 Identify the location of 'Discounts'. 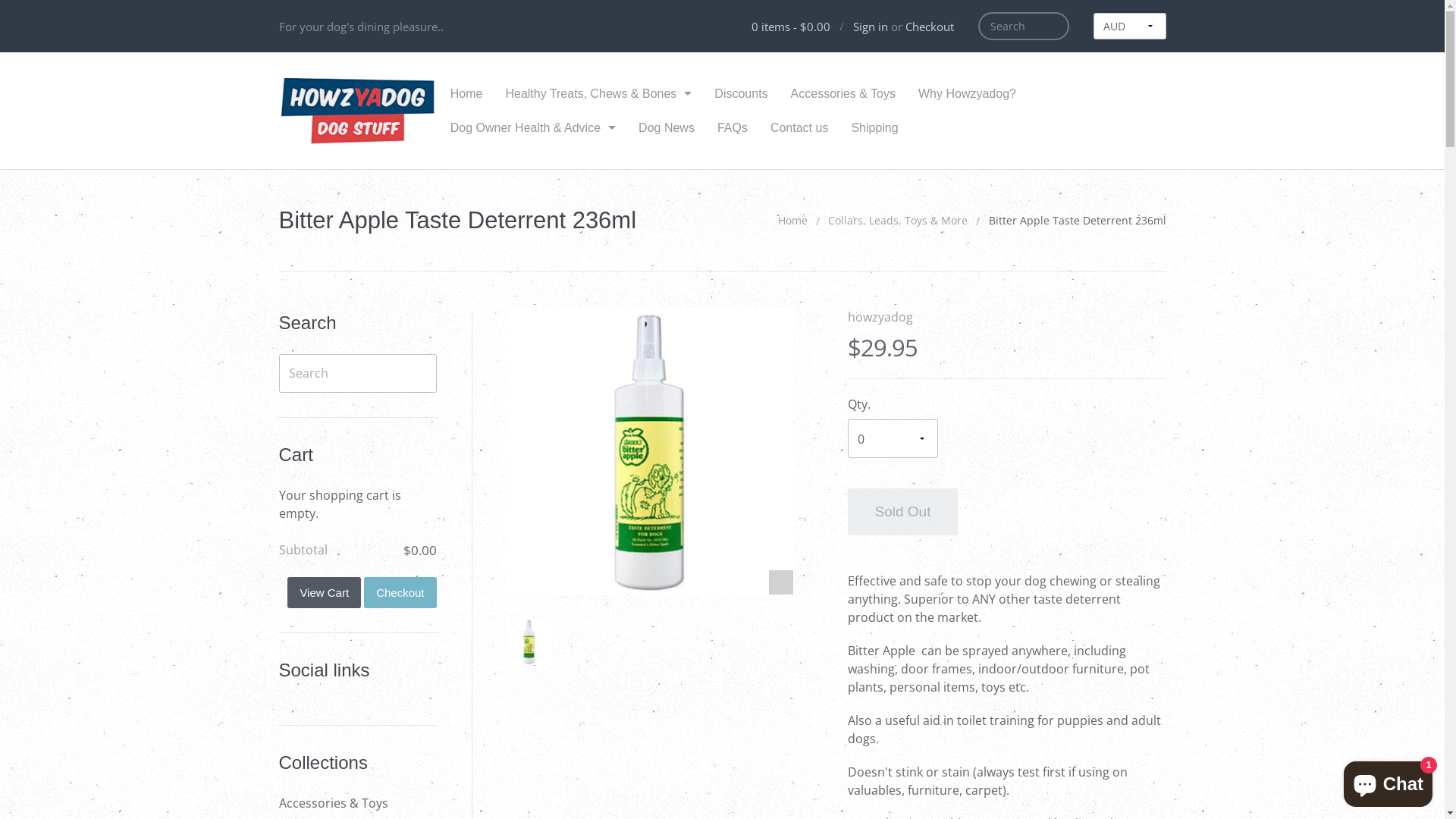
(701, 93).